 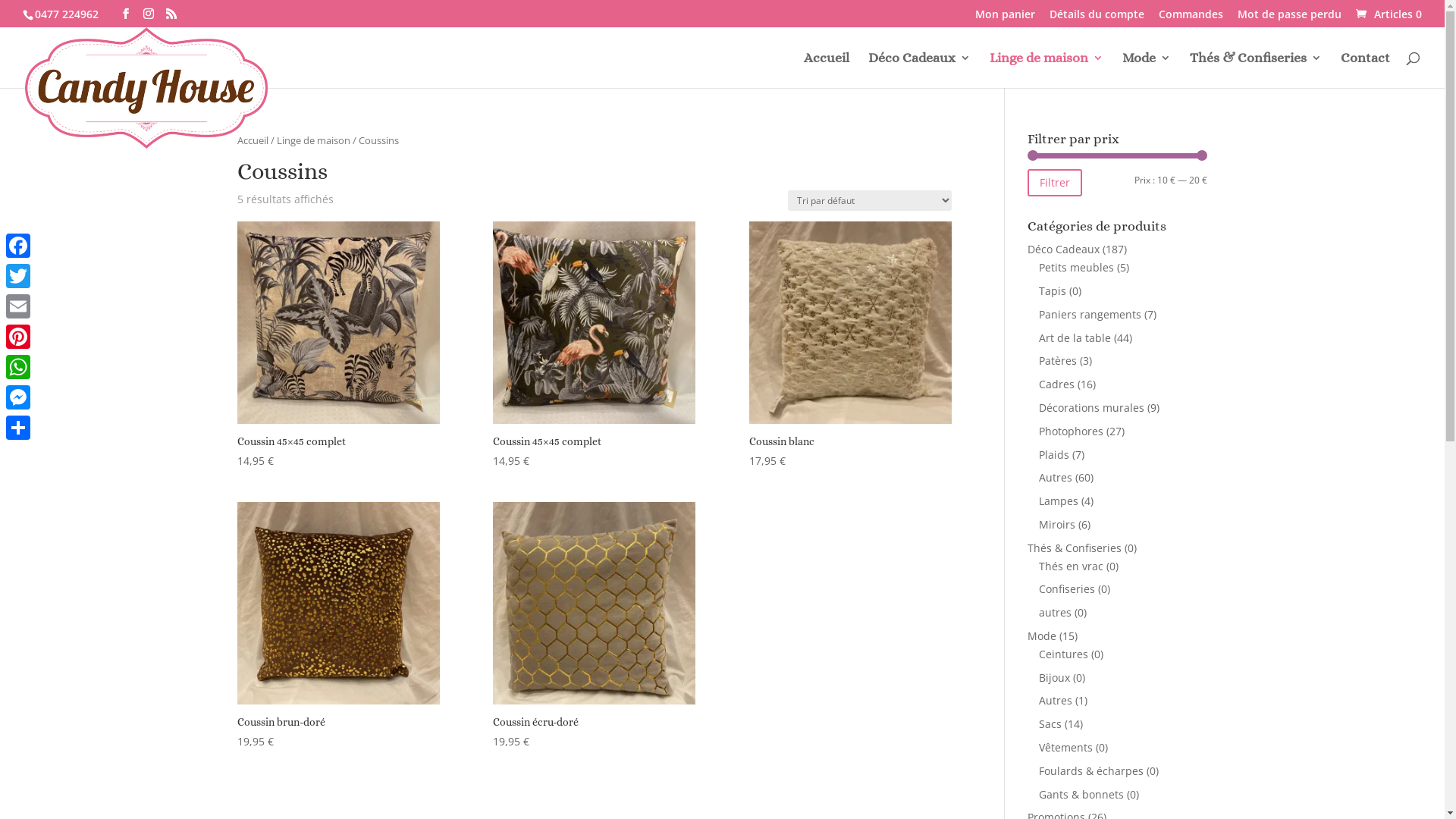 I want to click on 'Mode', so click(x=1040, y=635).